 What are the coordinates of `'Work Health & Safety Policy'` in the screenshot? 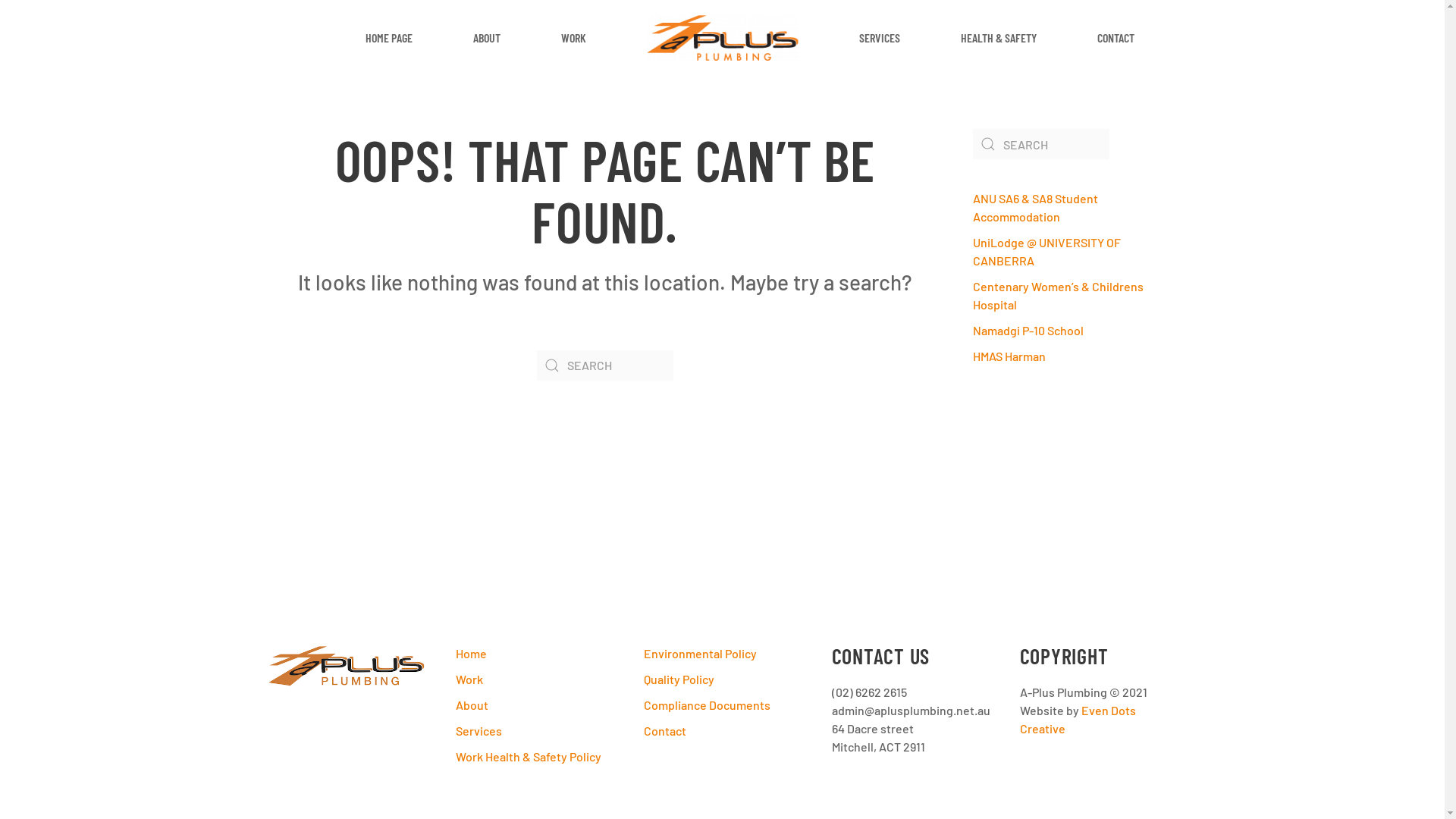 It's located at (534, 757).